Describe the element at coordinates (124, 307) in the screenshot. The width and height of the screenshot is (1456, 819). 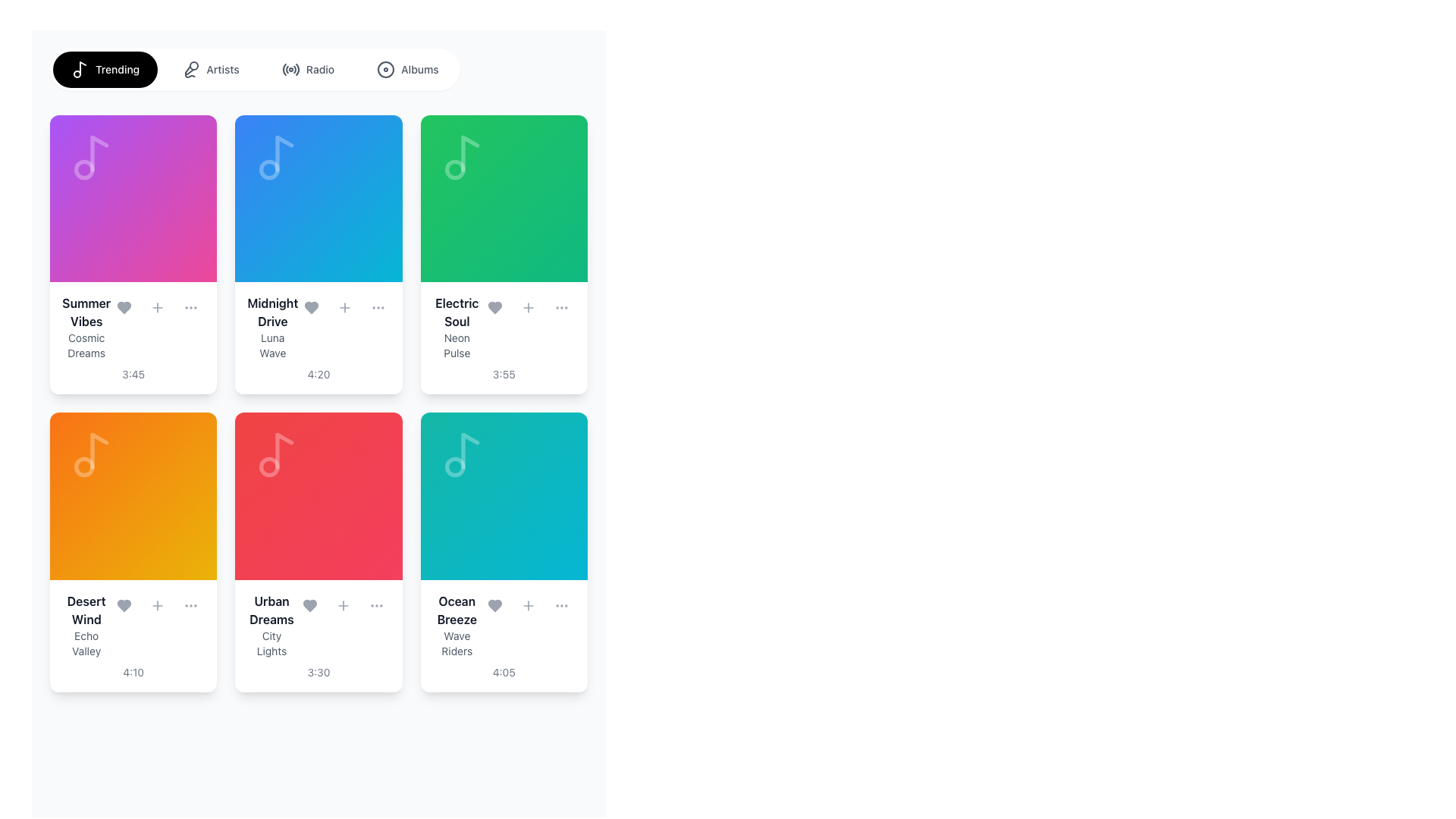
I see `the first heart icon associated with the song 'Summer Vibes' to mark it as a favorite` at that location.